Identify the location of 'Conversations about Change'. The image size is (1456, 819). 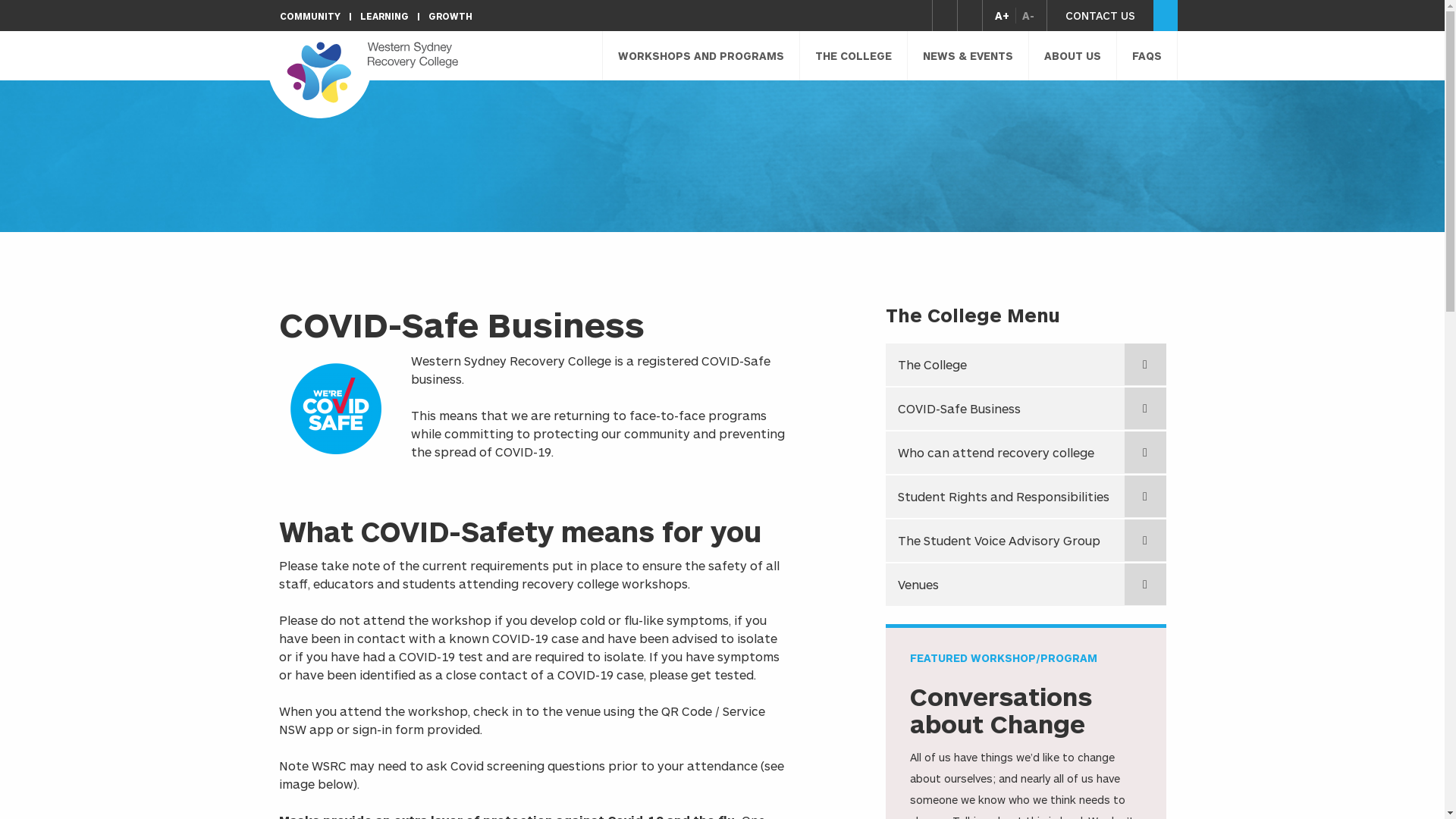
(1001, 710).